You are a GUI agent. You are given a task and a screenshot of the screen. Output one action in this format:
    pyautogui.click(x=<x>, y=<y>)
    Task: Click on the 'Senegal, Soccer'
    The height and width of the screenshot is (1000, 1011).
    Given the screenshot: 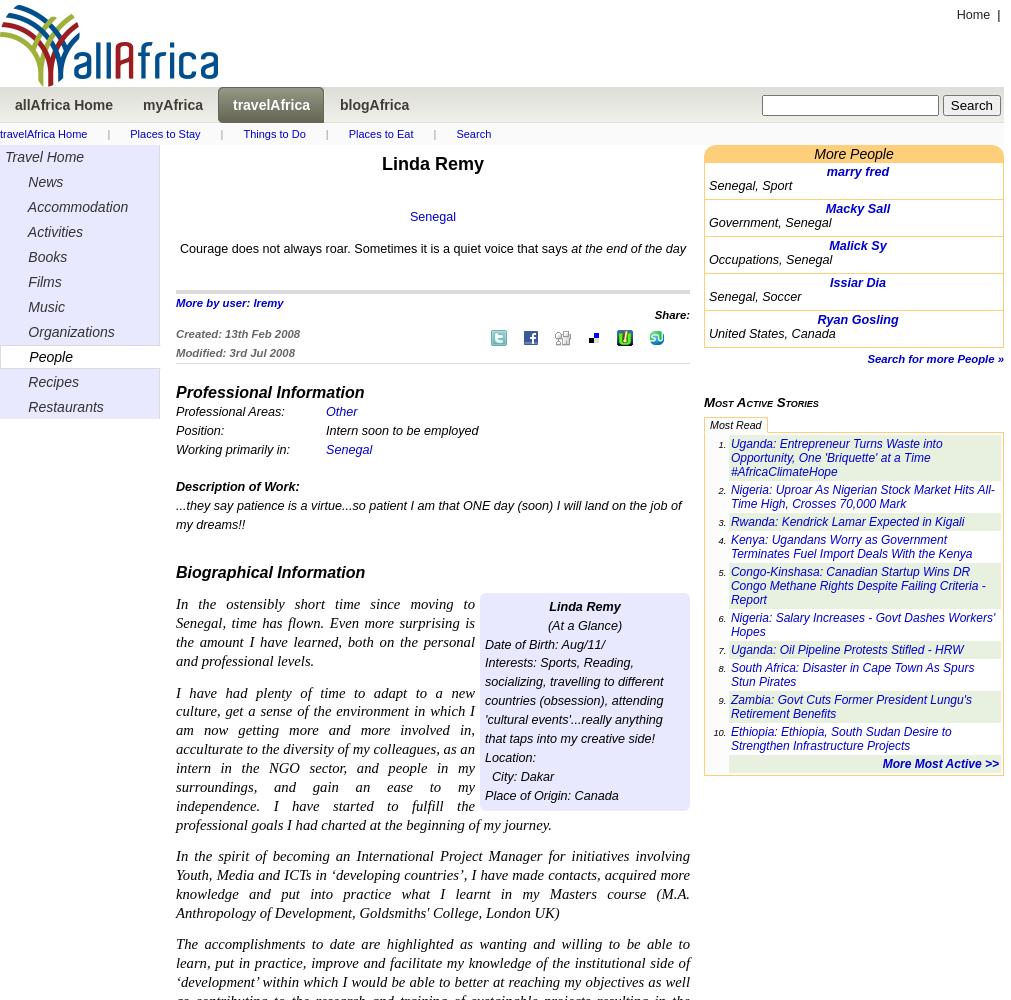 What is the action you would take?
    pyautogui.click(x=708, y=297)
    